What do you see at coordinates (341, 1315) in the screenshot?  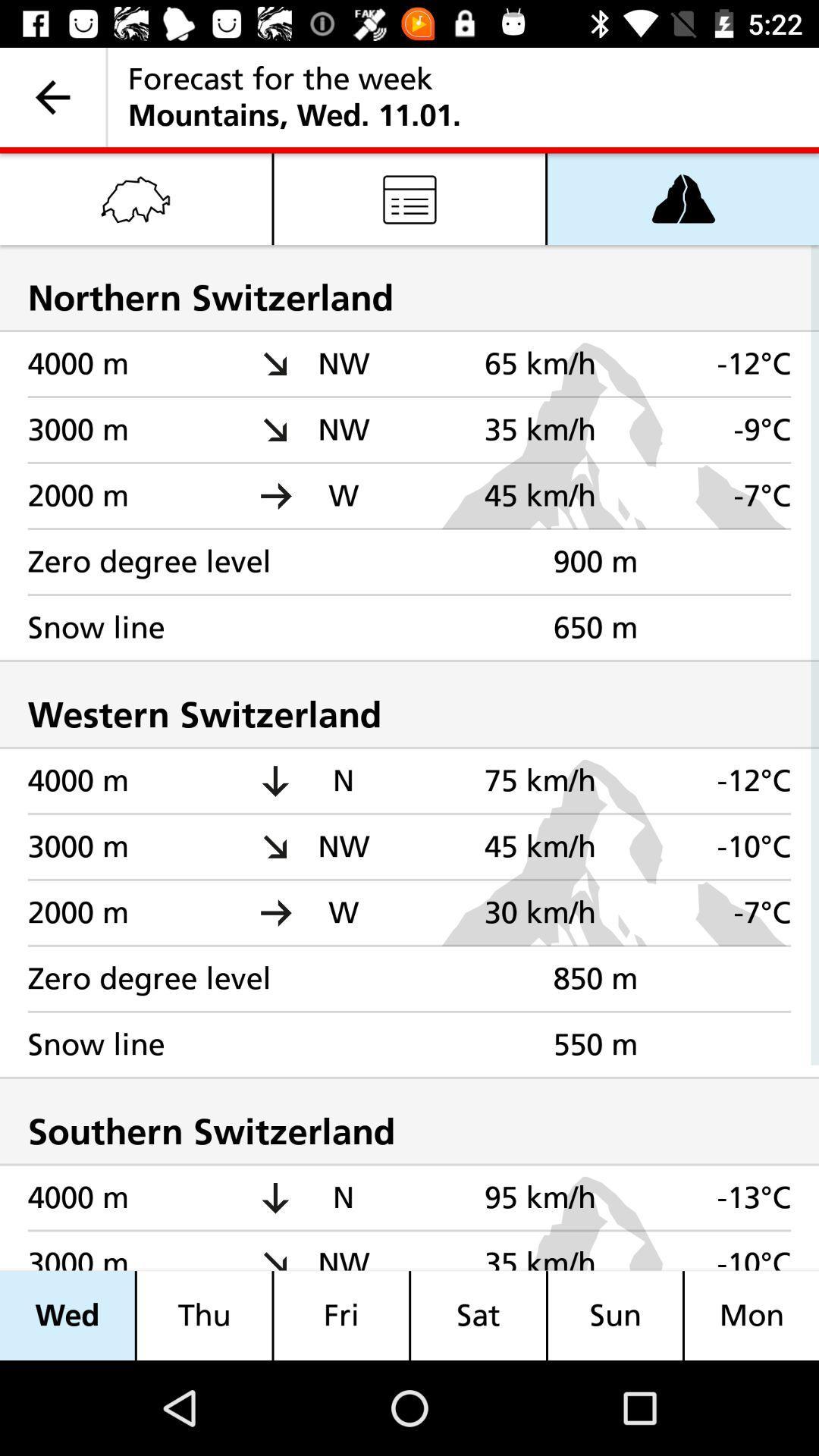 I see `the fri` at bounding box center [341, 1315].